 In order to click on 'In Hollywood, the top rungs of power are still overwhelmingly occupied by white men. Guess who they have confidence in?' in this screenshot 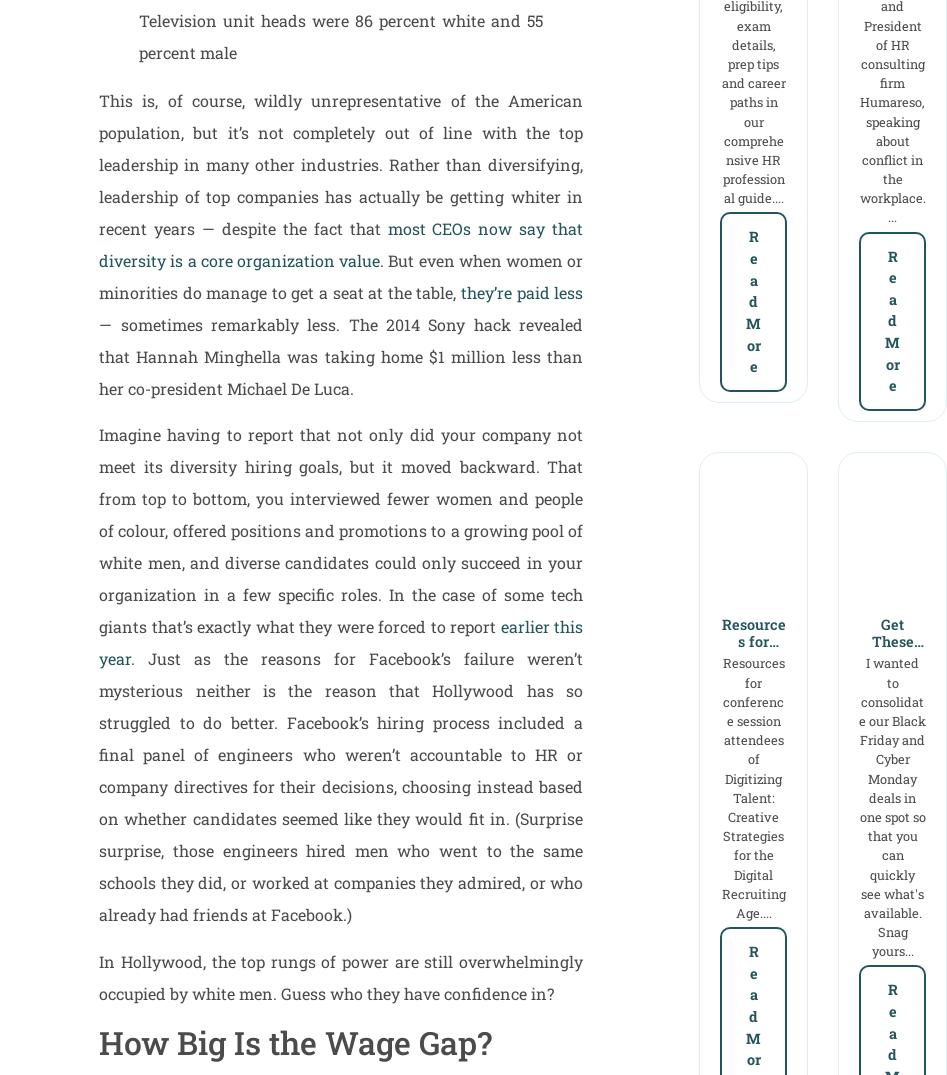, I will do `click(340, 976)`.